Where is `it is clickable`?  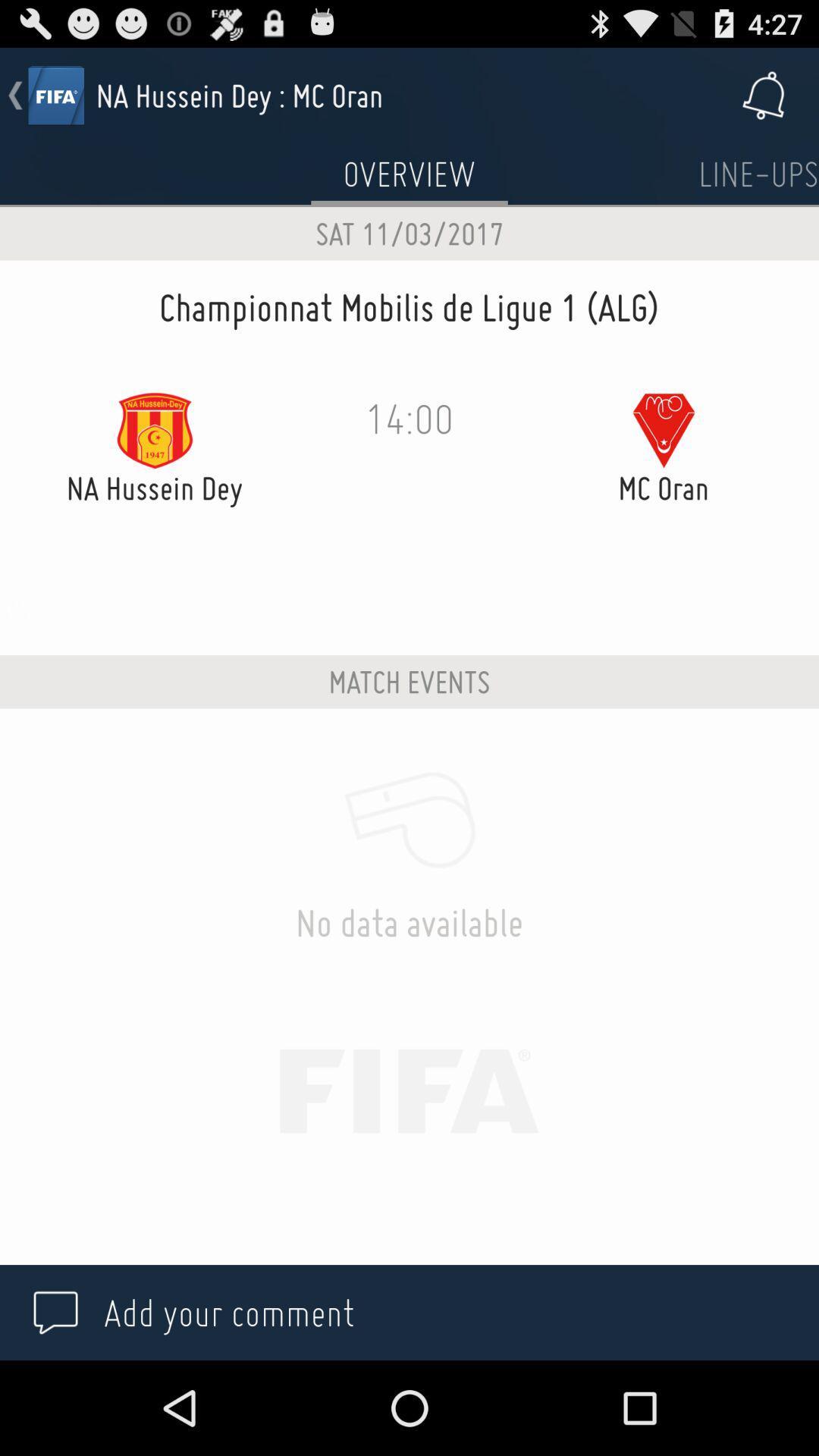
it is clickable is located at coordinates (758, 174).